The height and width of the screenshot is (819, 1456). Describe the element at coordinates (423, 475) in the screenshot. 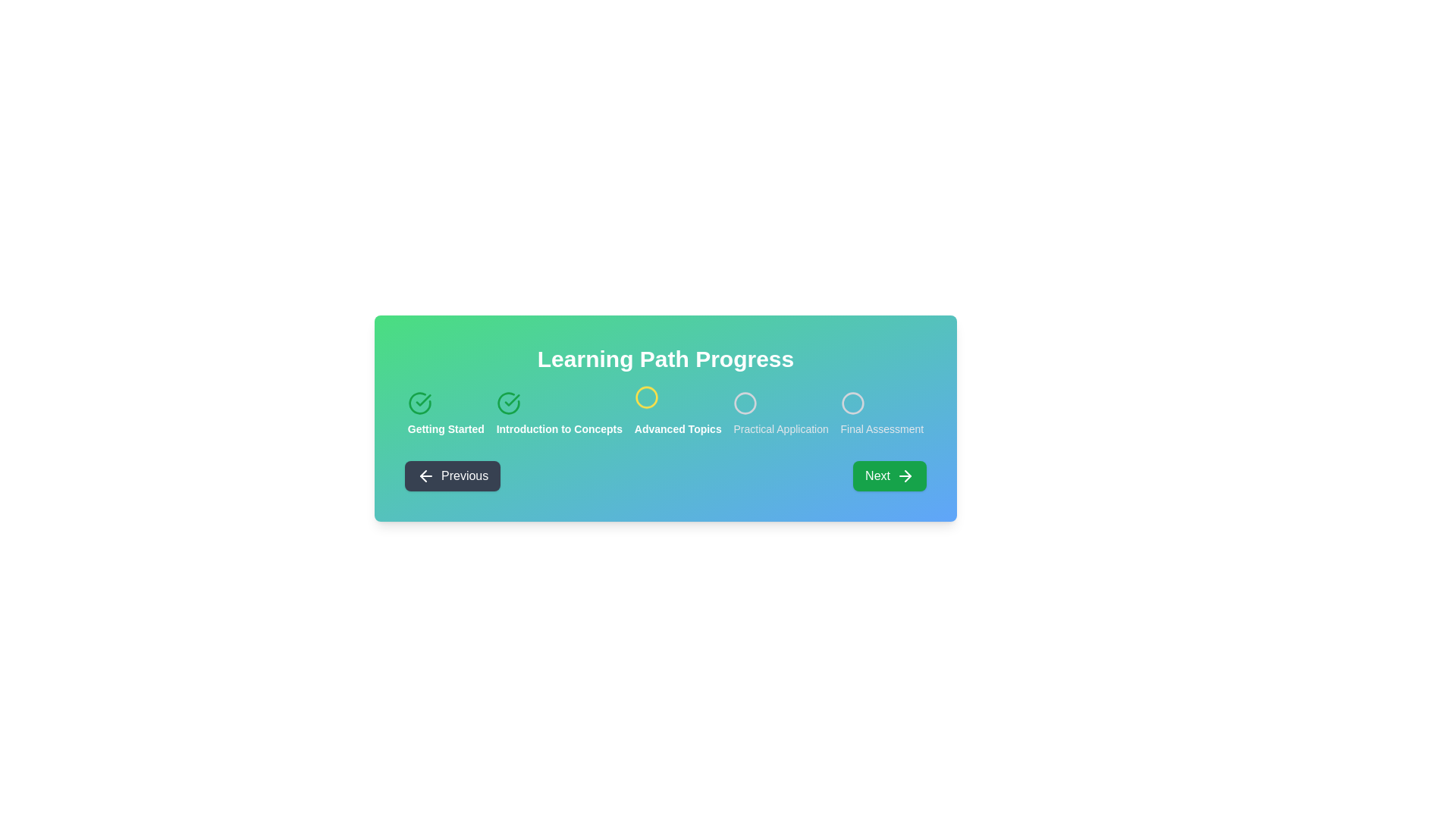

I see `the backward navigation arrow icon located at the bottom-left of the interface` at that location.